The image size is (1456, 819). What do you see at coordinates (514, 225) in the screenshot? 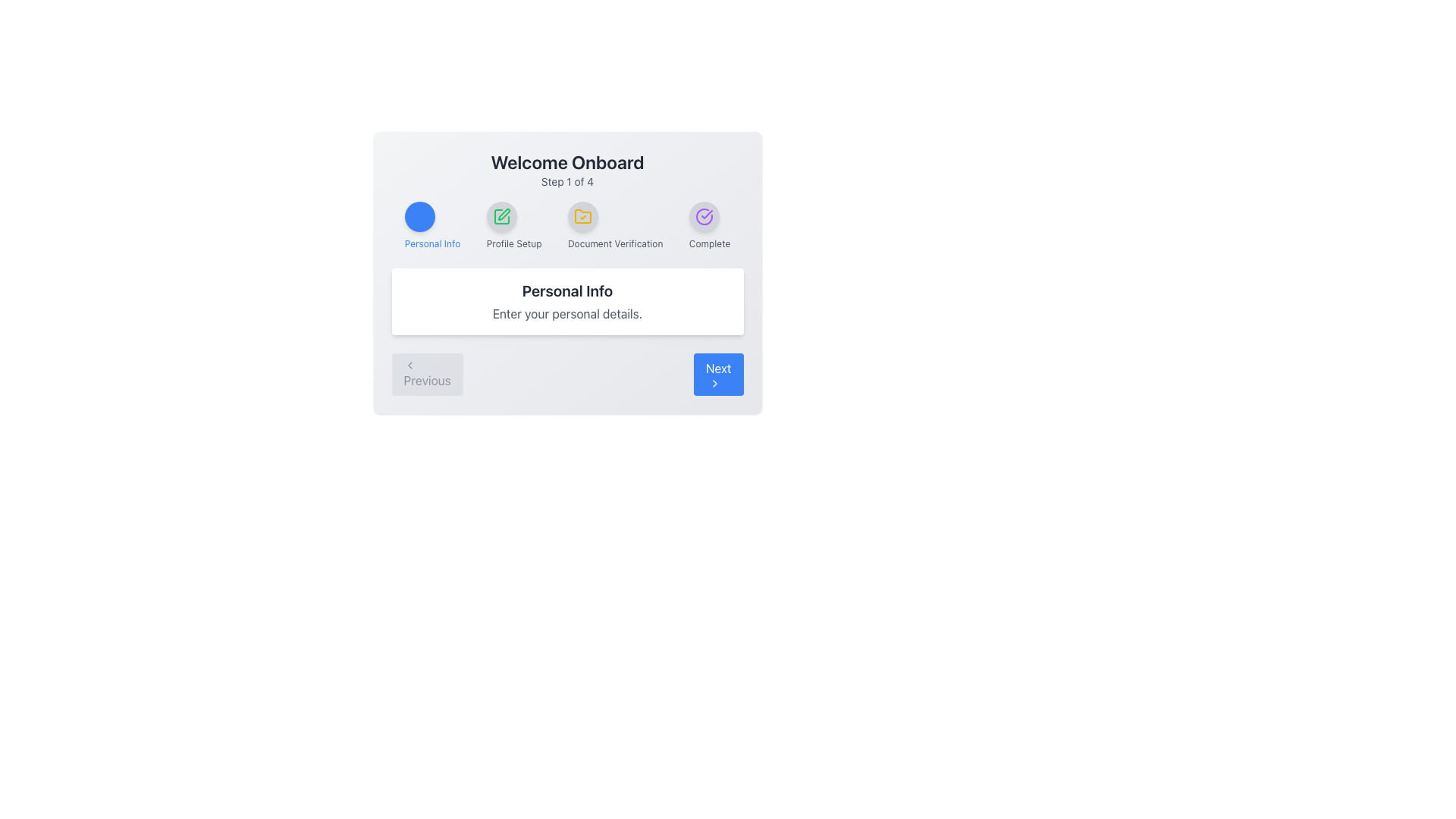
I see `the second status indicator for the 'Profile Setup' stage in the multi-step process` at bounding box center [514, 225].